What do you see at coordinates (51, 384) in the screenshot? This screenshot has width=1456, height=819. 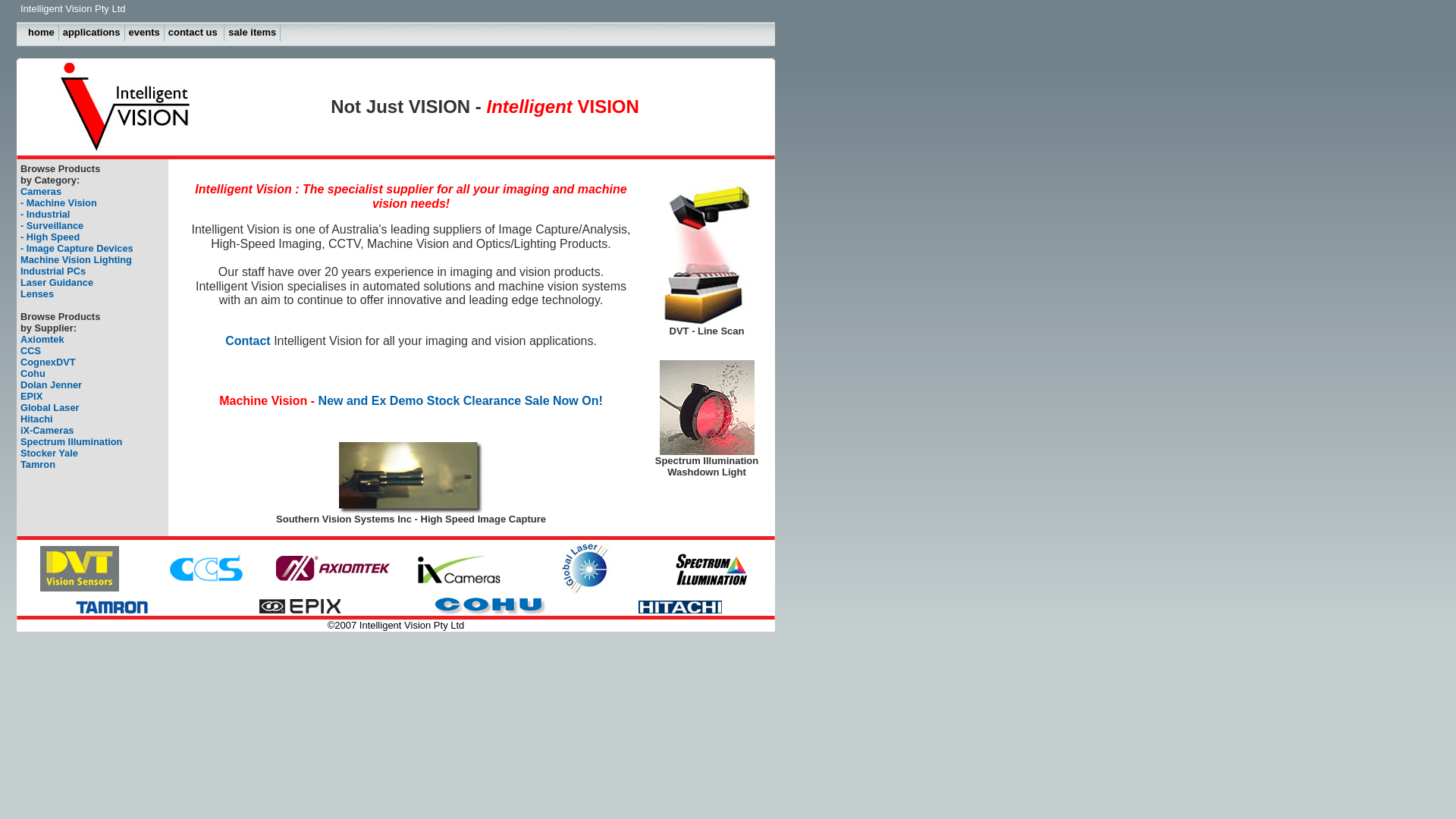 I see `'Dolan Jenner'` at bounding box center [51, 384].